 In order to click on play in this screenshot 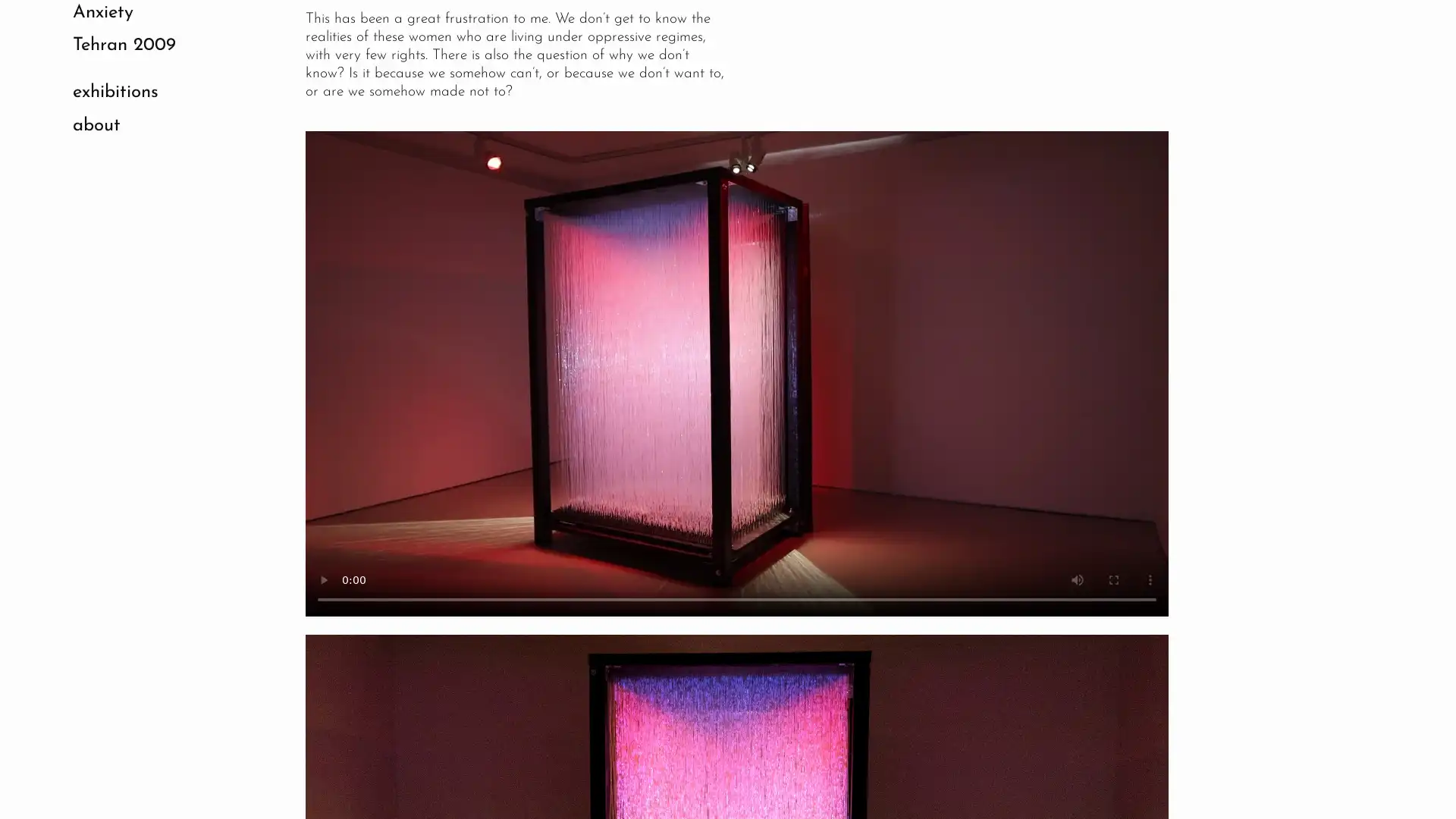, I will do `click(323, 579)`.